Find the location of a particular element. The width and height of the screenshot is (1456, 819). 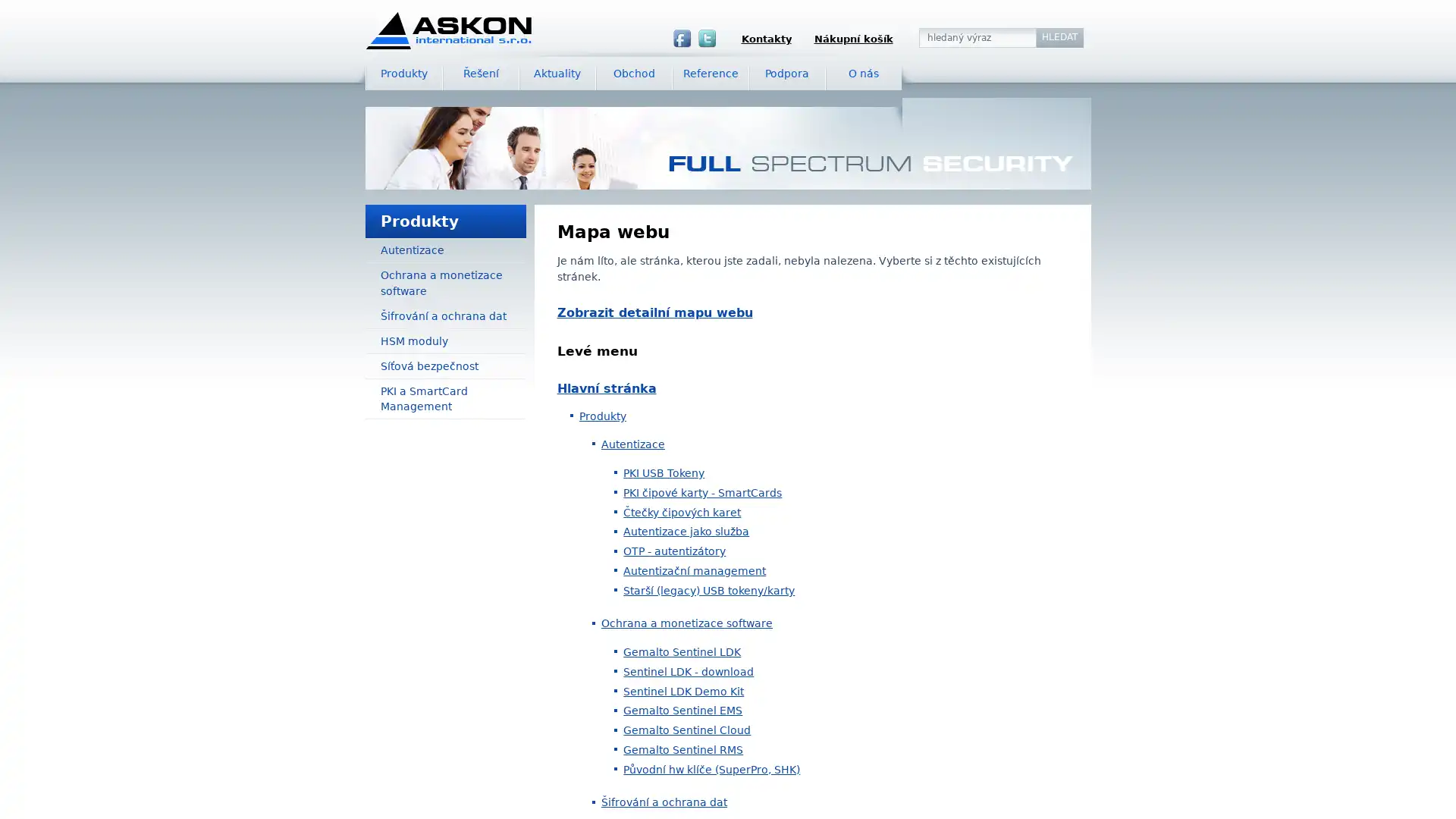

Hledat is located at coordinates (1059, 37).